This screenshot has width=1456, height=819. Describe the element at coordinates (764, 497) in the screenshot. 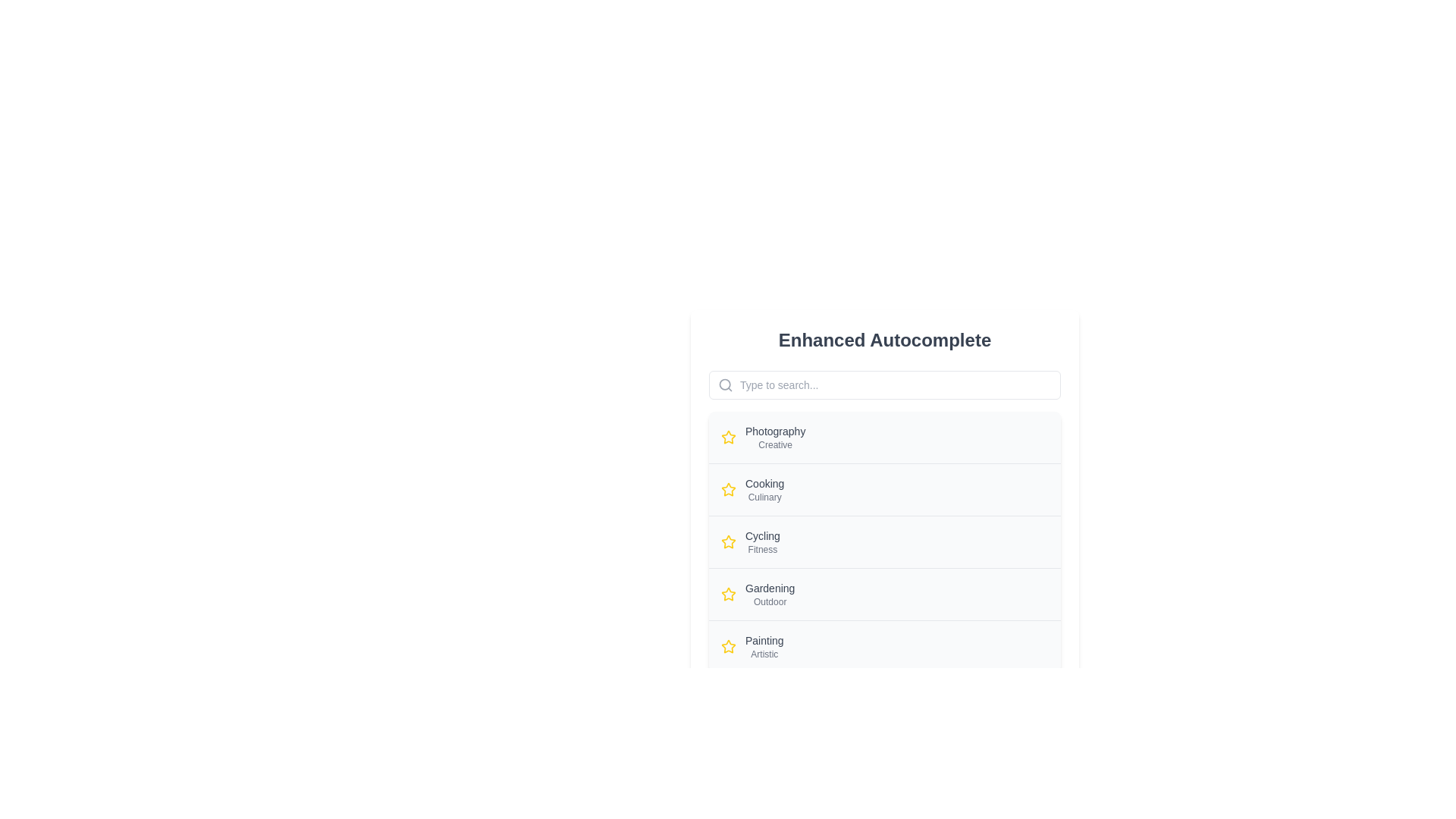

I see `the static text label displaying 'Culinary', which provides supplementary information below the 'Cooking' label in the second list item` at that location.